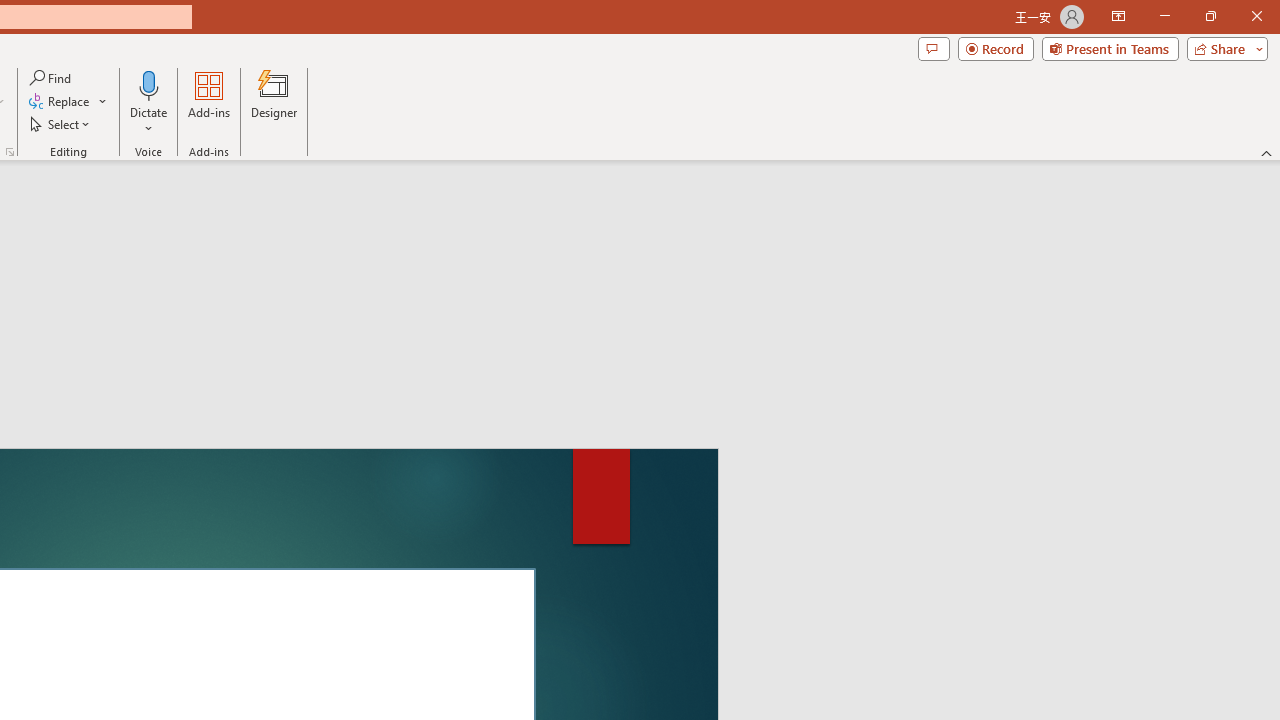 The height and width of the screenshot is (720, 1280). What do you see at coordinates (51, 77) in the screenshot?
I see `'Find...'` at bounding box center [51, 77].